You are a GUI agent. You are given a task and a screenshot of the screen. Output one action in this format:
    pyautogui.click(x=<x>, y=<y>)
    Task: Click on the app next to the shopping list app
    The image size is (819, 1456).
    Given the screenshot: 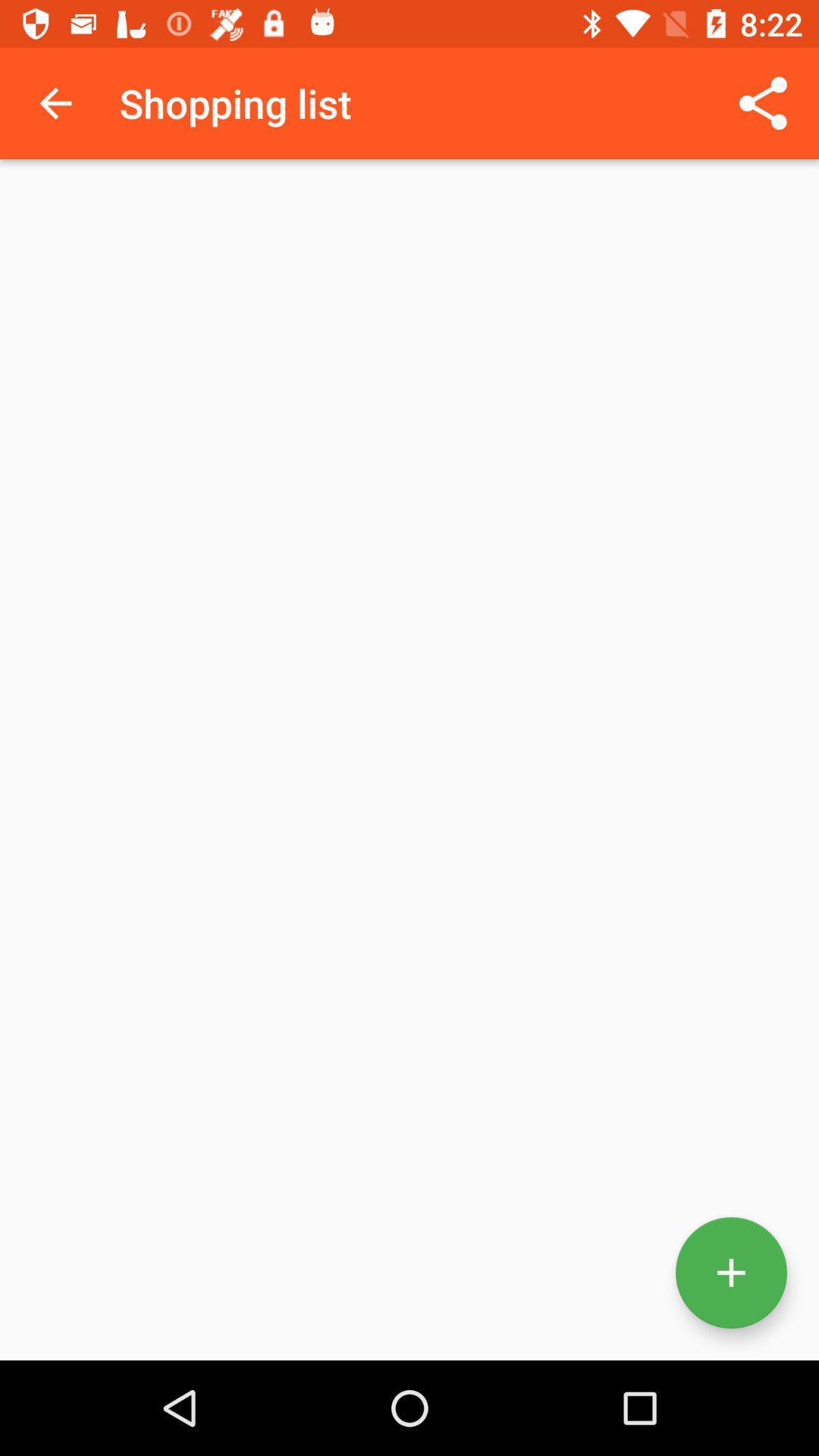 What is the action you would take?
    pyautogui.click(x=763, y=102)
    